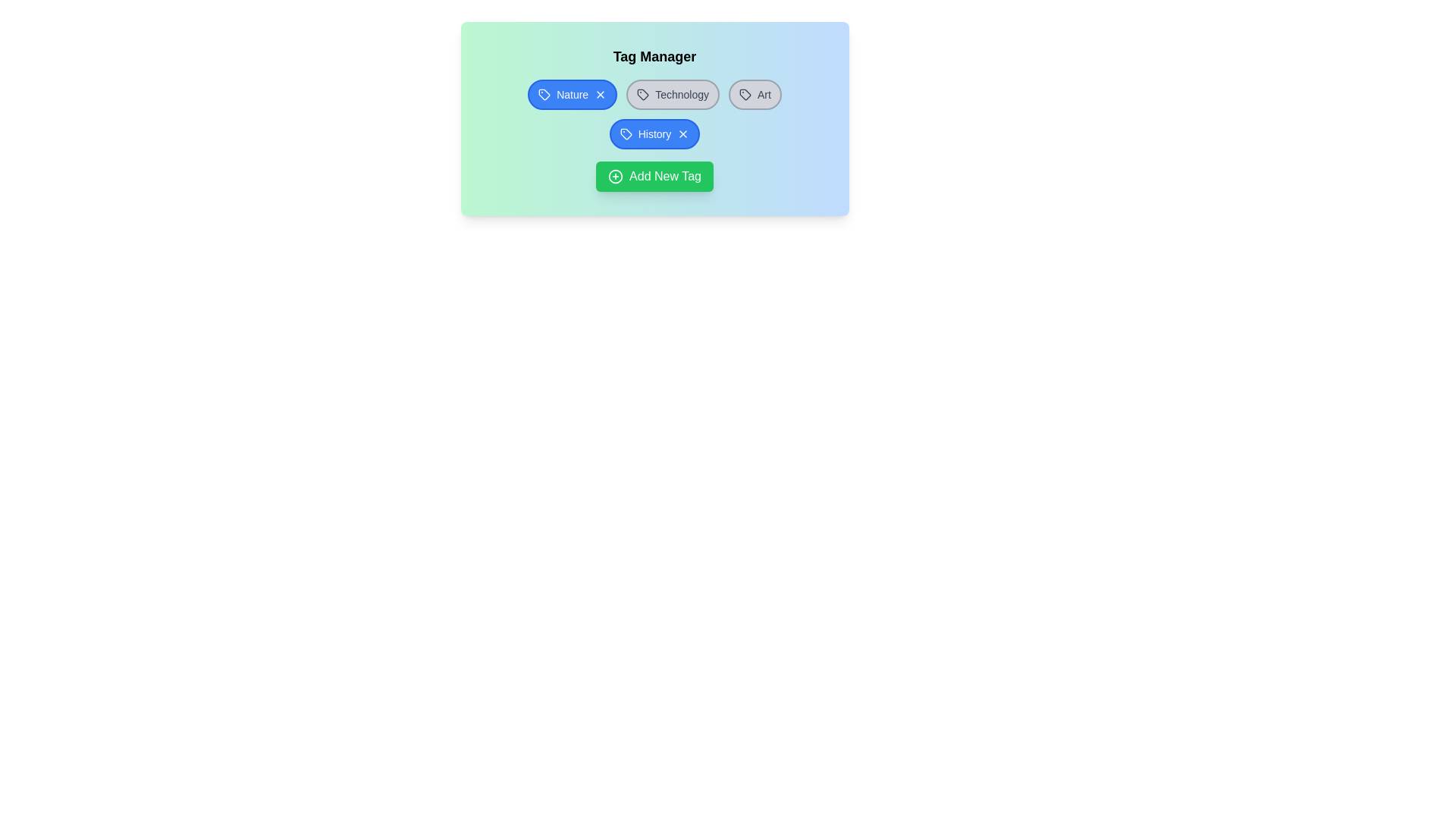  Describe the element at coordinates (654, 175) in the screenshot. I see `the 'Add New Tag' button to initiate the process of adding a new tag` at that location.